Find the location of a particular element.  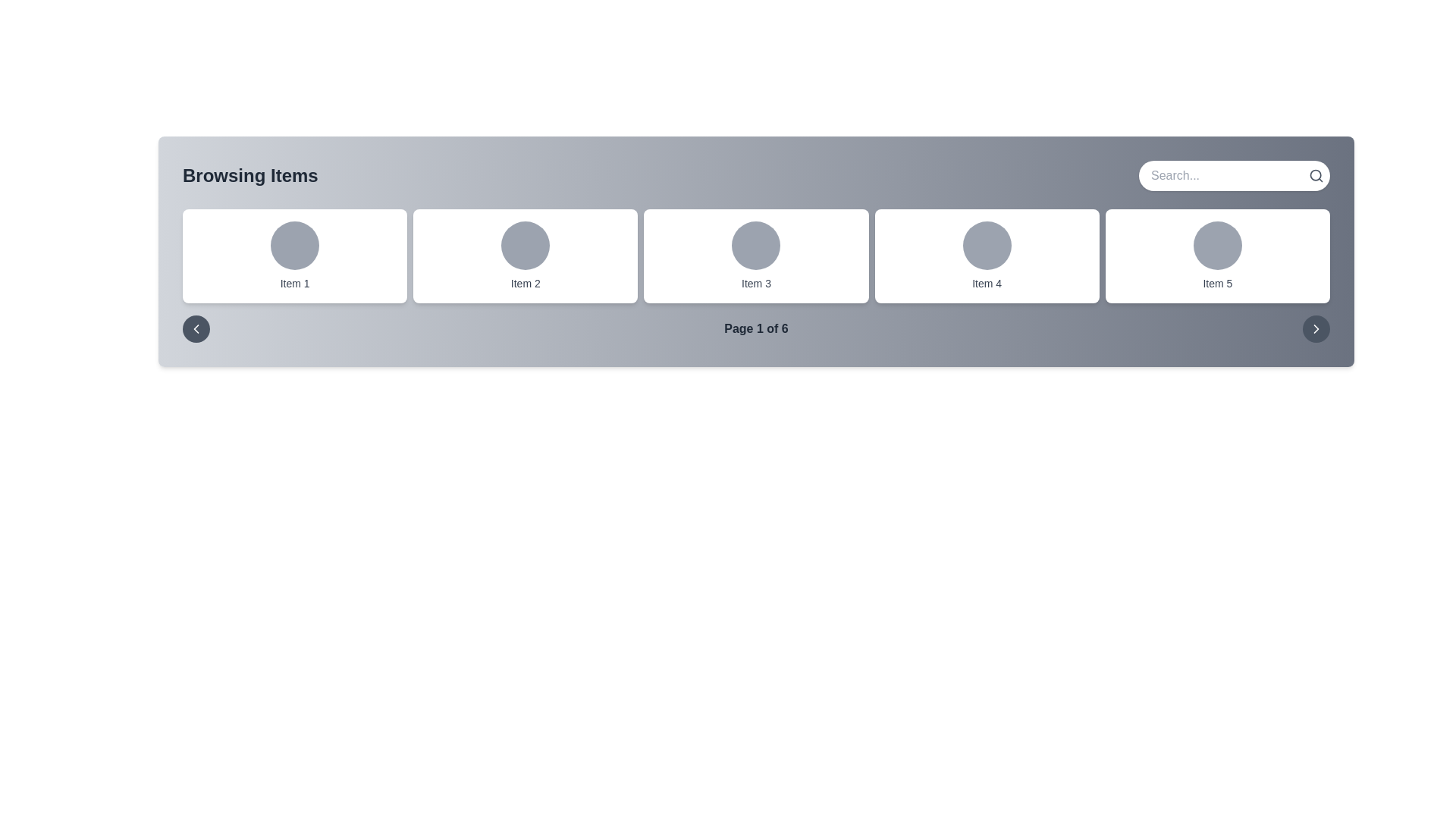

the circular gray icon located in the 'Item 3' card is located at coordinates (756, 245).